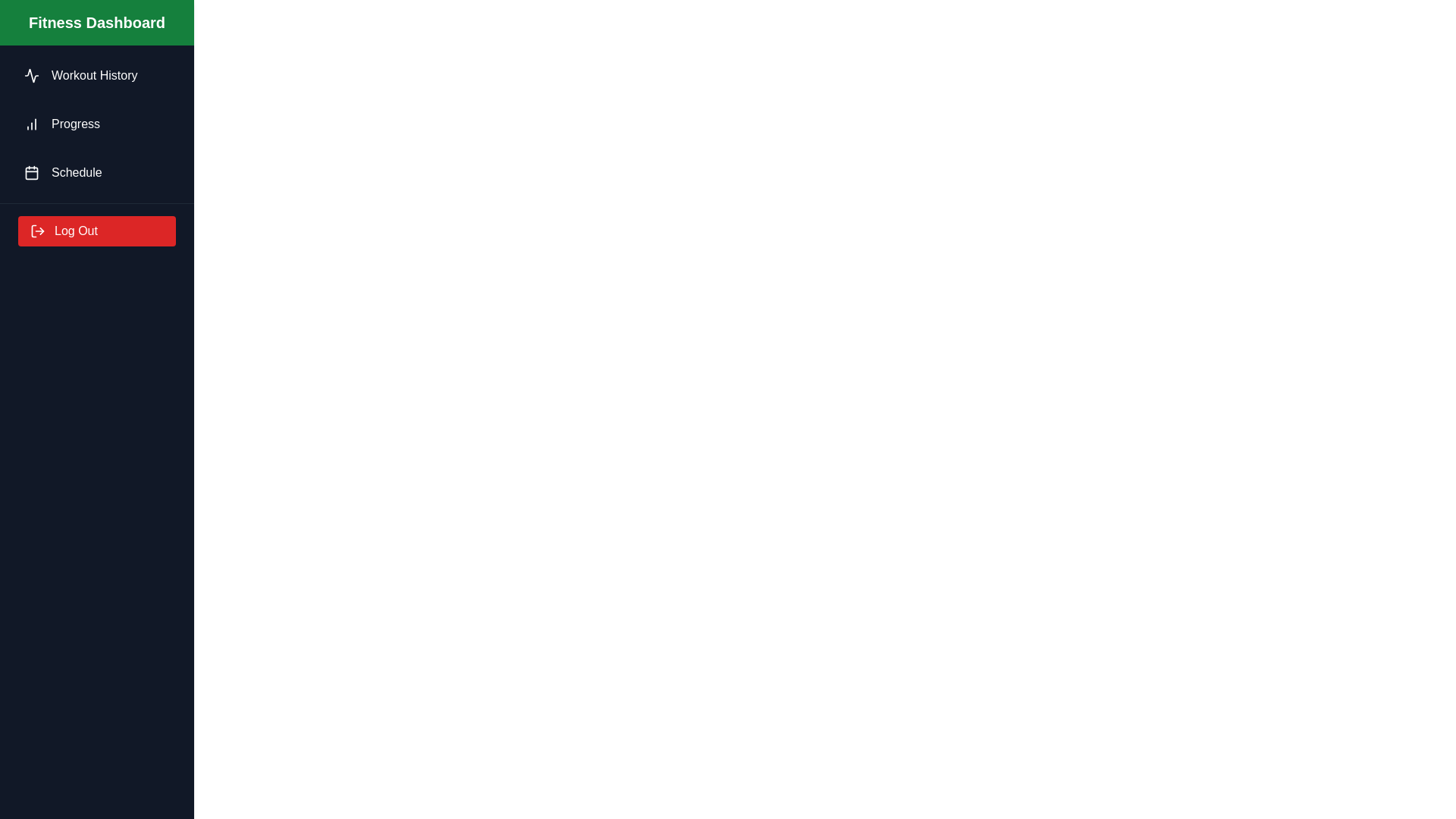 The image size is (1456, 819). Describe the element at coordinates (76, 171) in the screenshot. I see `the 'Schedule' text label, which is the third item in the vertical menu on the left sidebar, displayed in white font on a dark blue background` at that location.